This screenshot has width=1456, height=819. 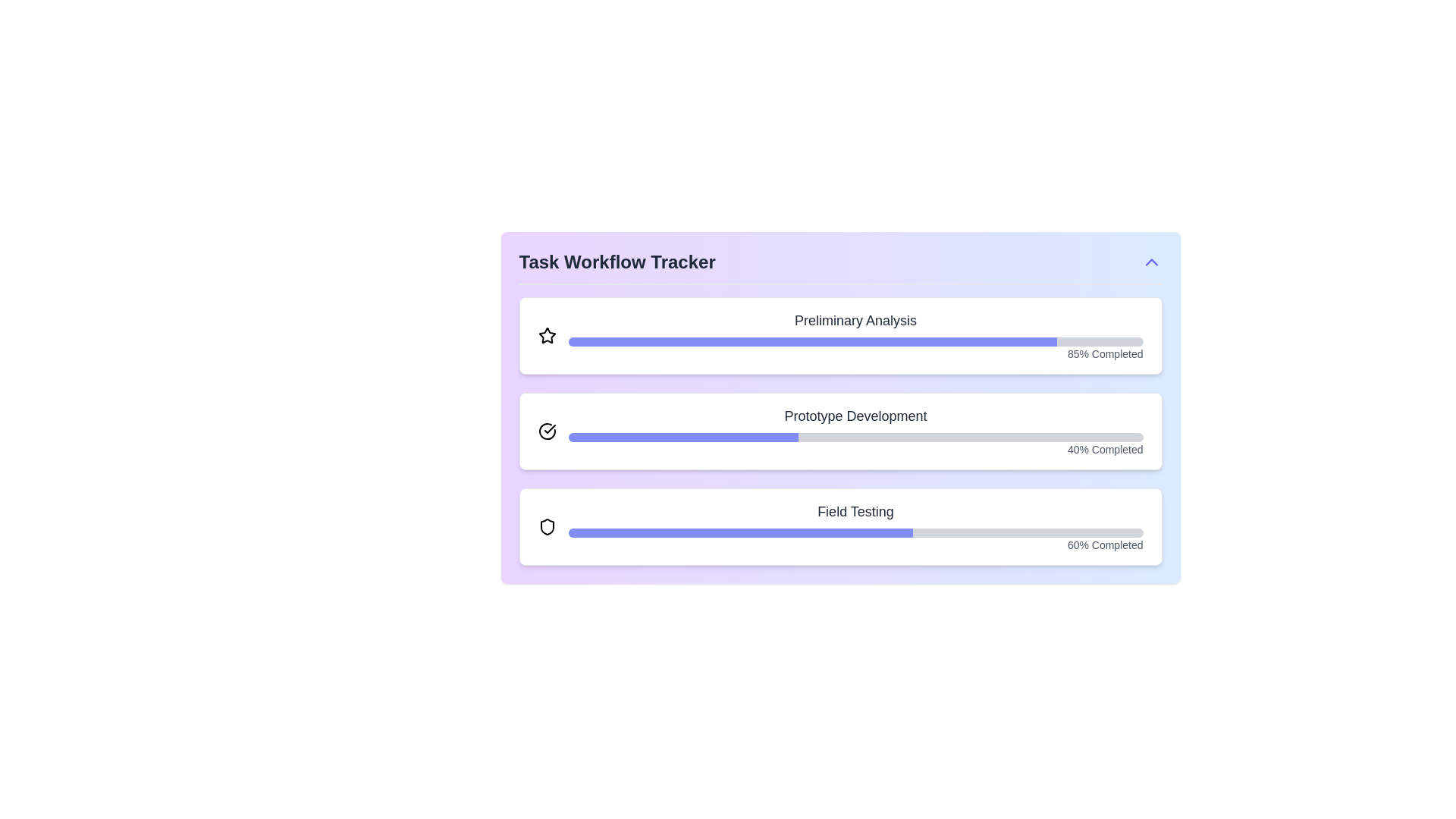 What do you see at coordinates (546, 335) in the screenshot?
I see `the star-shaped red icon with a bold border located on the left side of the 'Preliminary Analysis' card within the Task Workflow Tracker` at bounding box center [546, 335].